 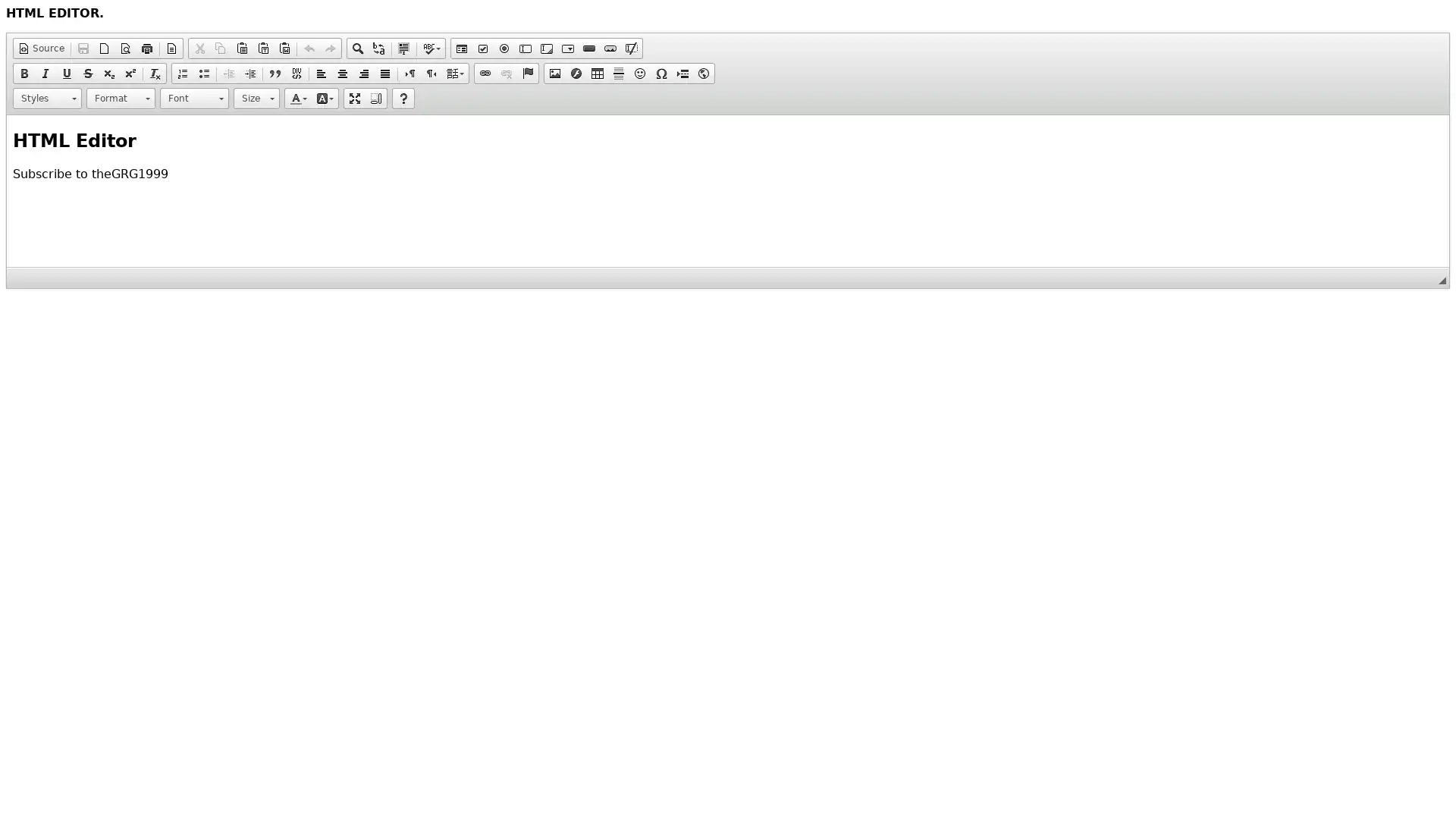 I want to click on Textarea, so click(x=546, y=48).